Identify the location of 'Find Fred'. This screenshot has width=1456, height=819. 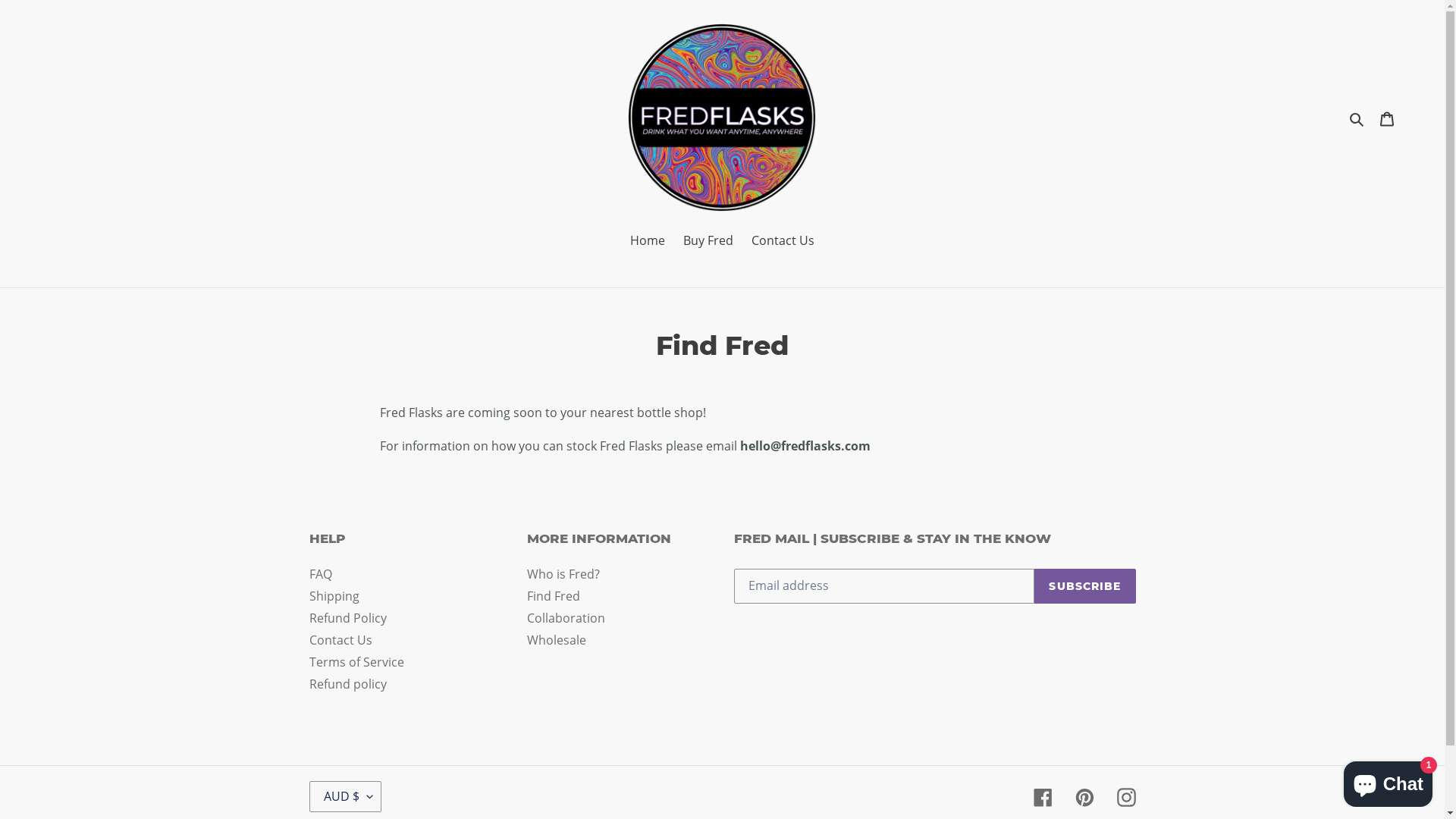
(527, 595).